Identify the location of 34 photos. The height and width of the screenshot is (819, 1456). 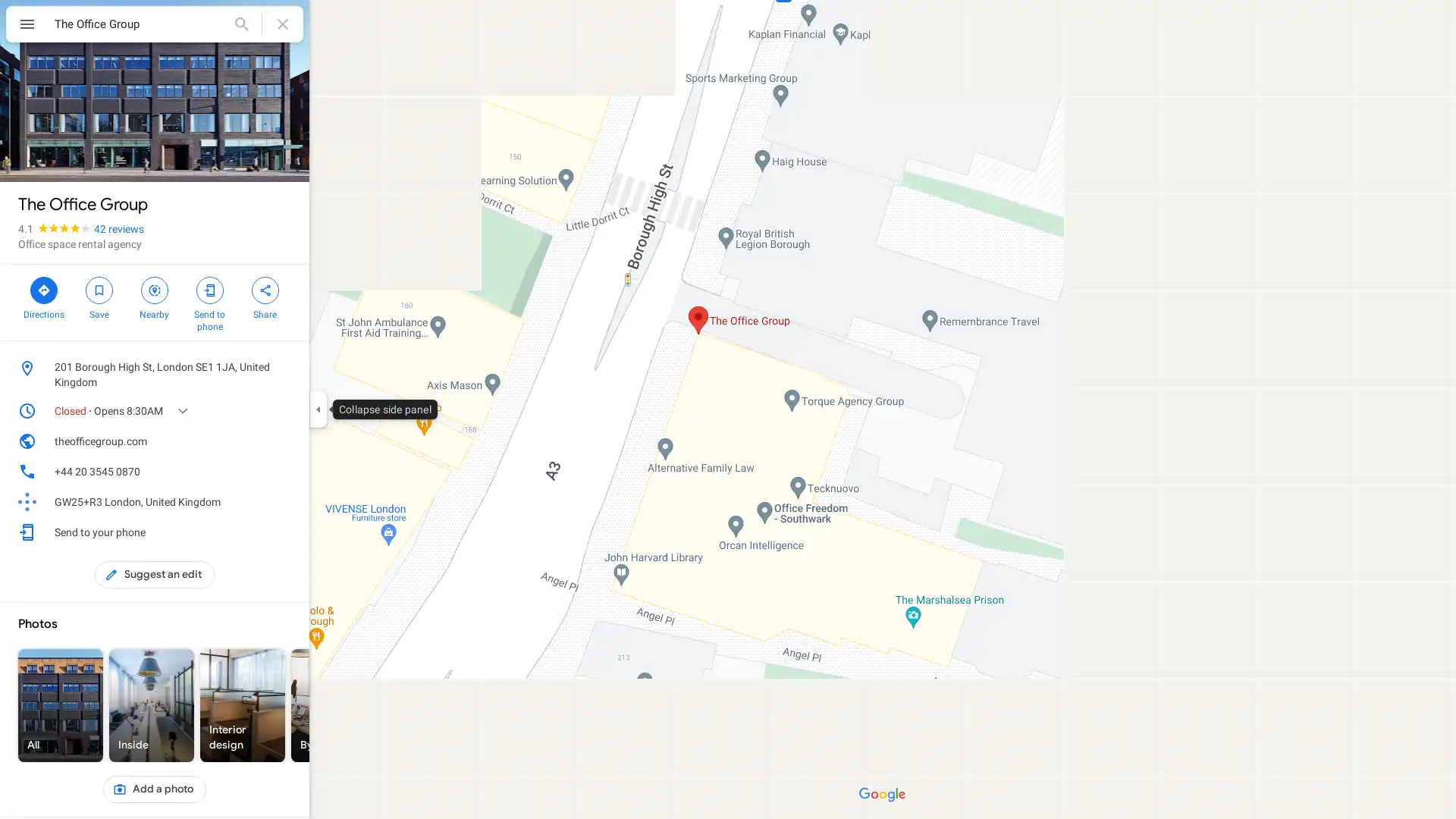
(55, 157).